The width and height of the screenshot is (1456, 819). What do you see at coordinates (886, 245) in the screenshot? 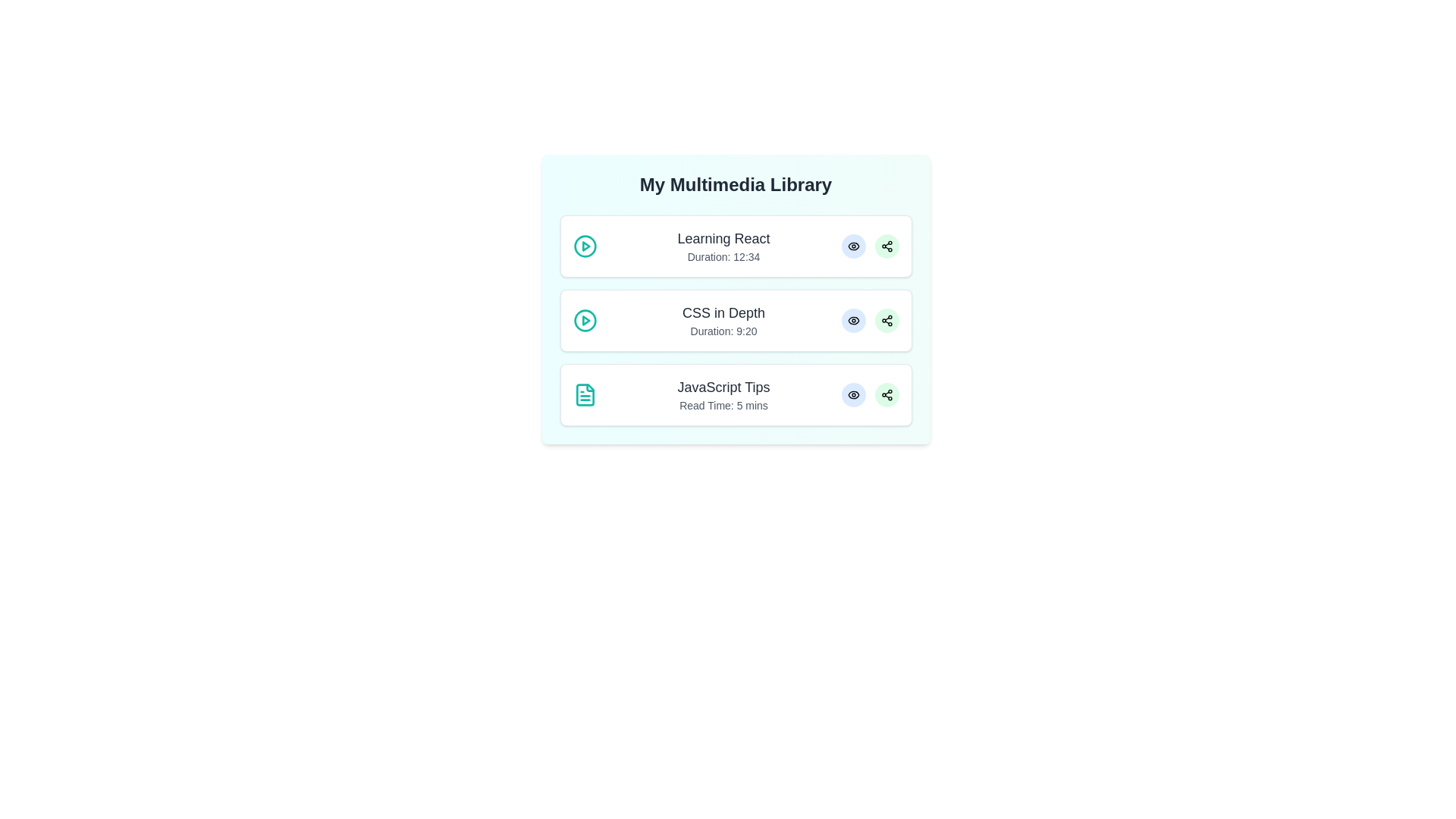
I see `share button for the media item titled Learning React` at bounding box center [886, 245].